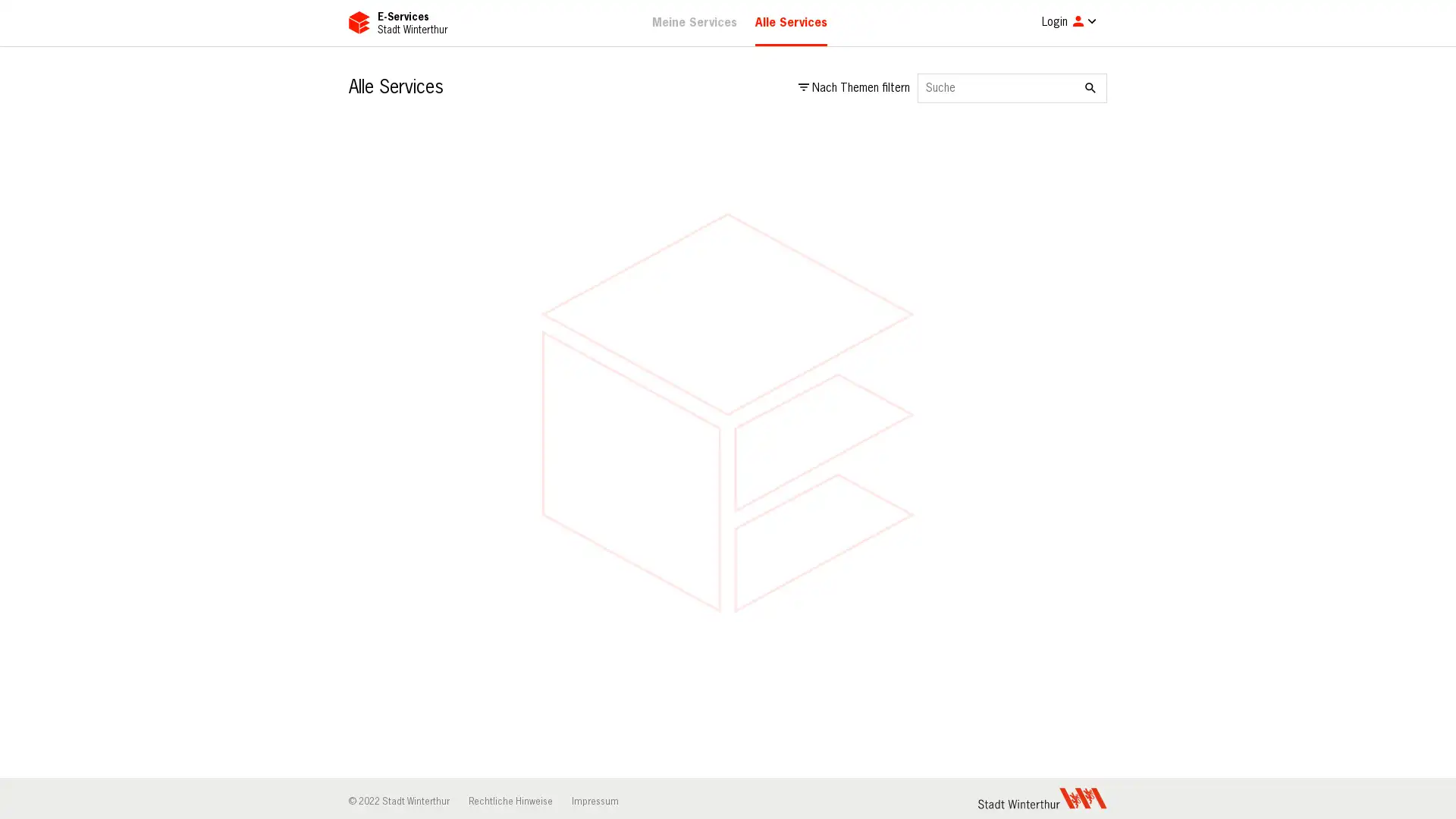 The width and height of the screenshot is (1456, 819). I want to click on Service Adressanderung (Stadtwerk Winterthur) zu Meine Services hinzufugen, so click(1084, 154).